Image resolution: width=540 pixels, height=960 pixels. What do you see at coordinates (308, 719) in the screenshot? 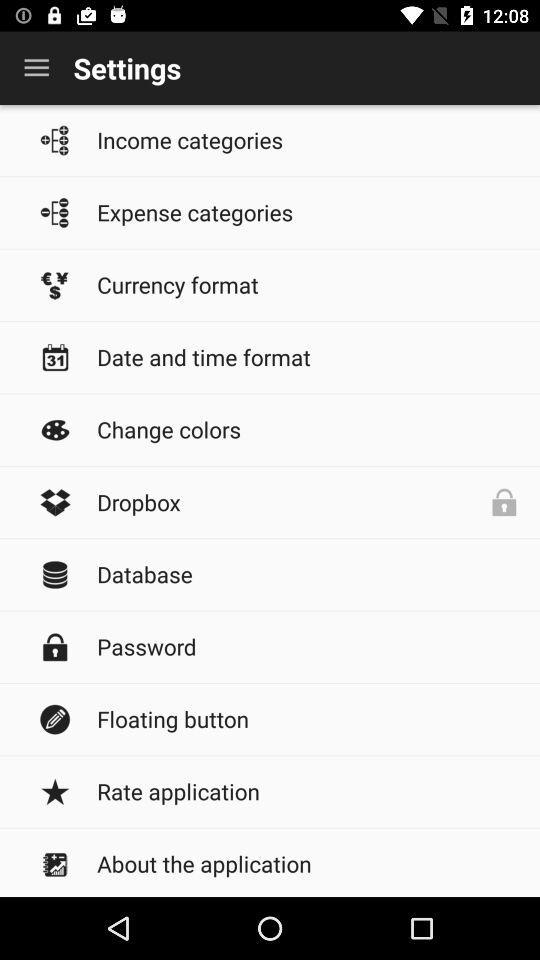
I see `the icon above the rate application icon` at bounding box center [308, 719].